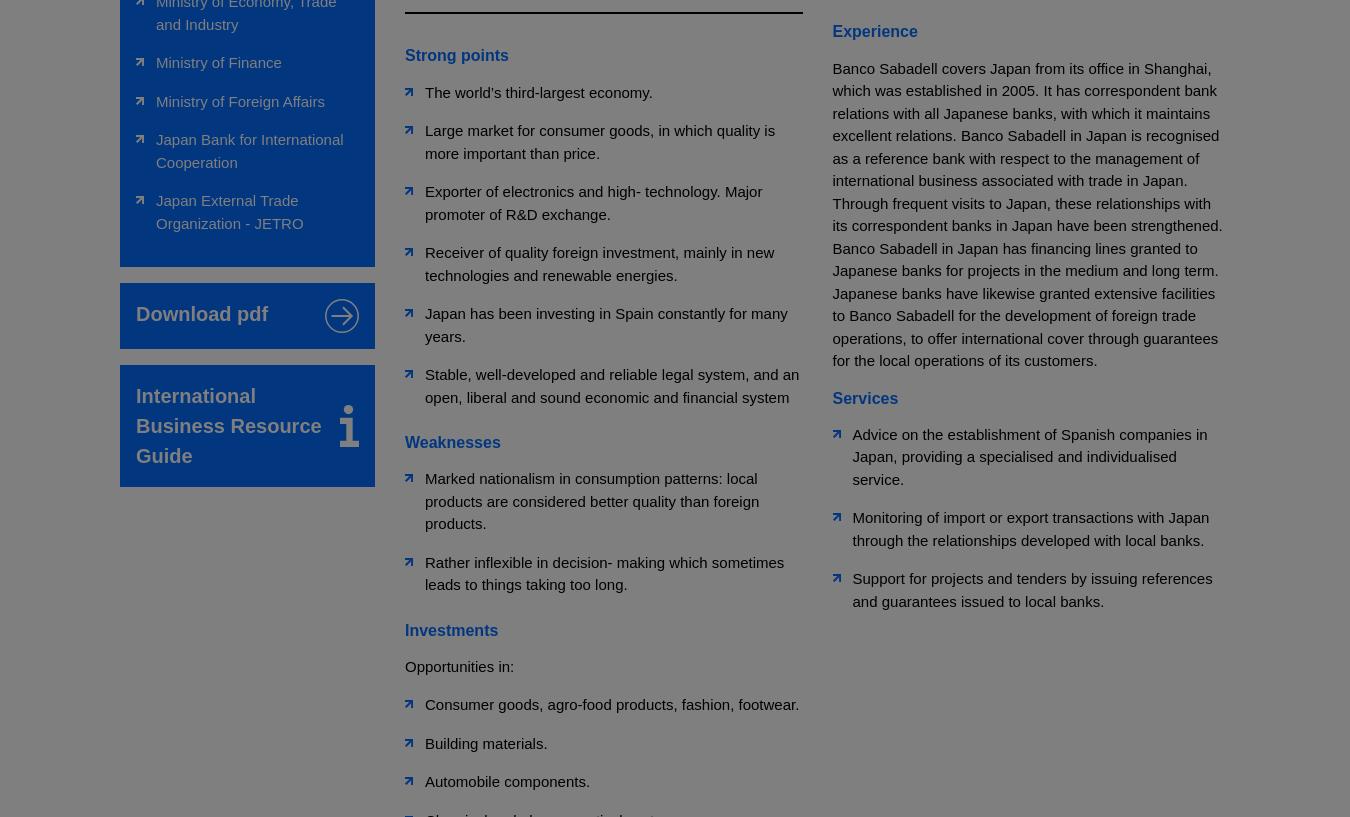  I want to click on 'Japan External Trade Organization - JETRO', so click(228, 210).